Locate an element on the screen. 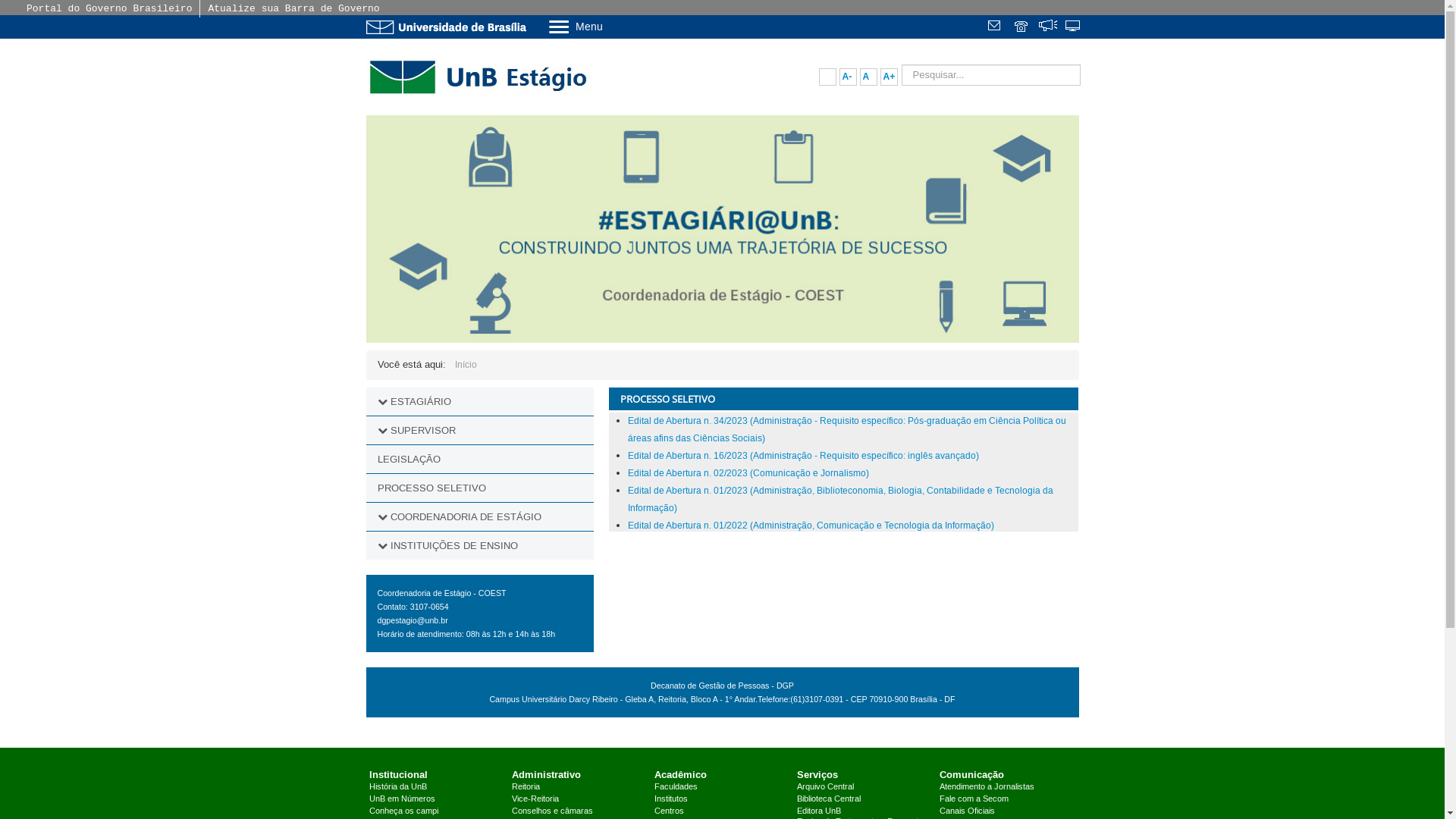 Image resolution: width=1456 pixels, height=819 pixels. 'Reitoria' is located at coordinates (526, 786).